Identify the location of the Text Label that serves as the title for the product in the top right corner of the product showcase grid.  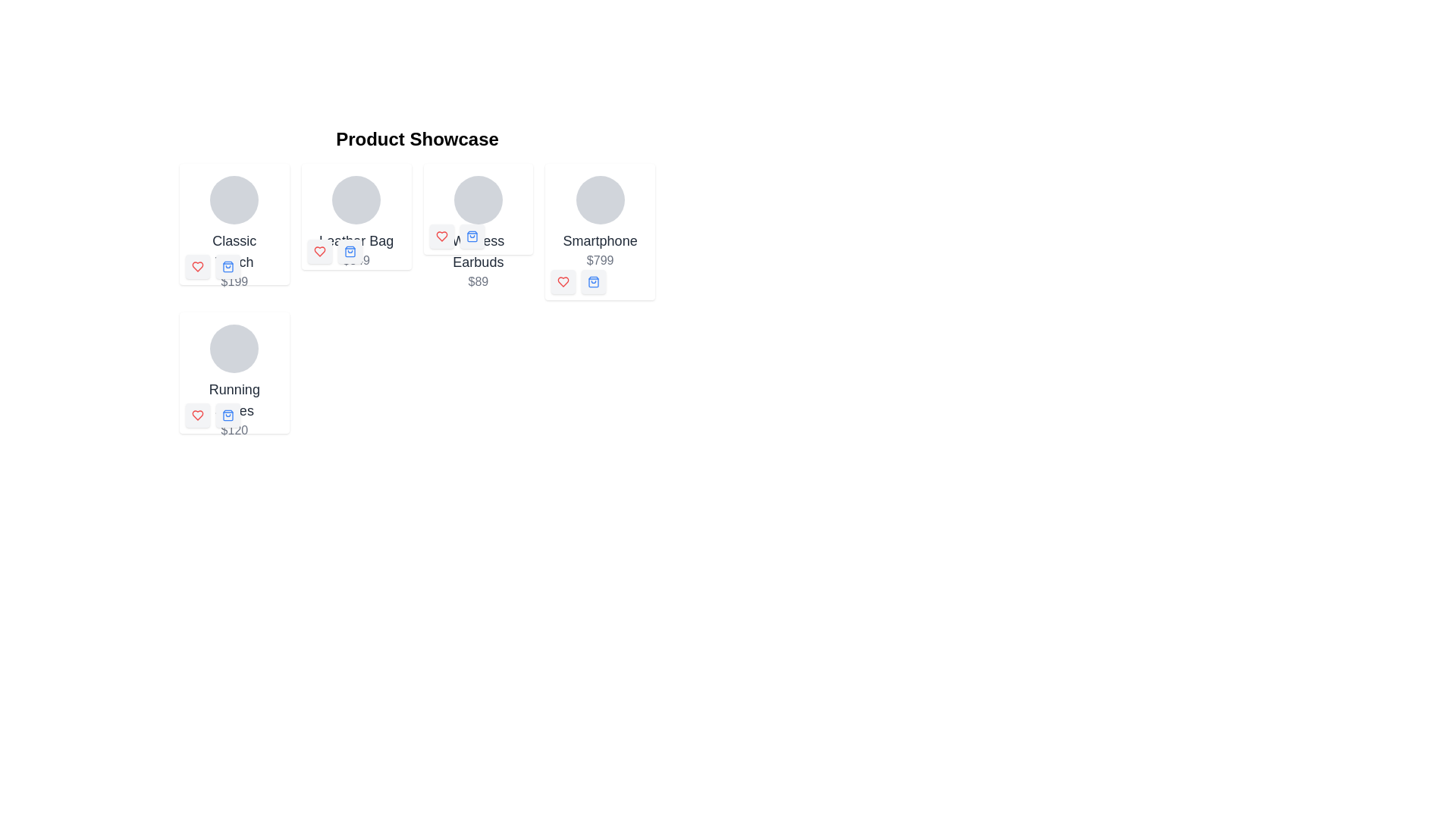
(599, 240).